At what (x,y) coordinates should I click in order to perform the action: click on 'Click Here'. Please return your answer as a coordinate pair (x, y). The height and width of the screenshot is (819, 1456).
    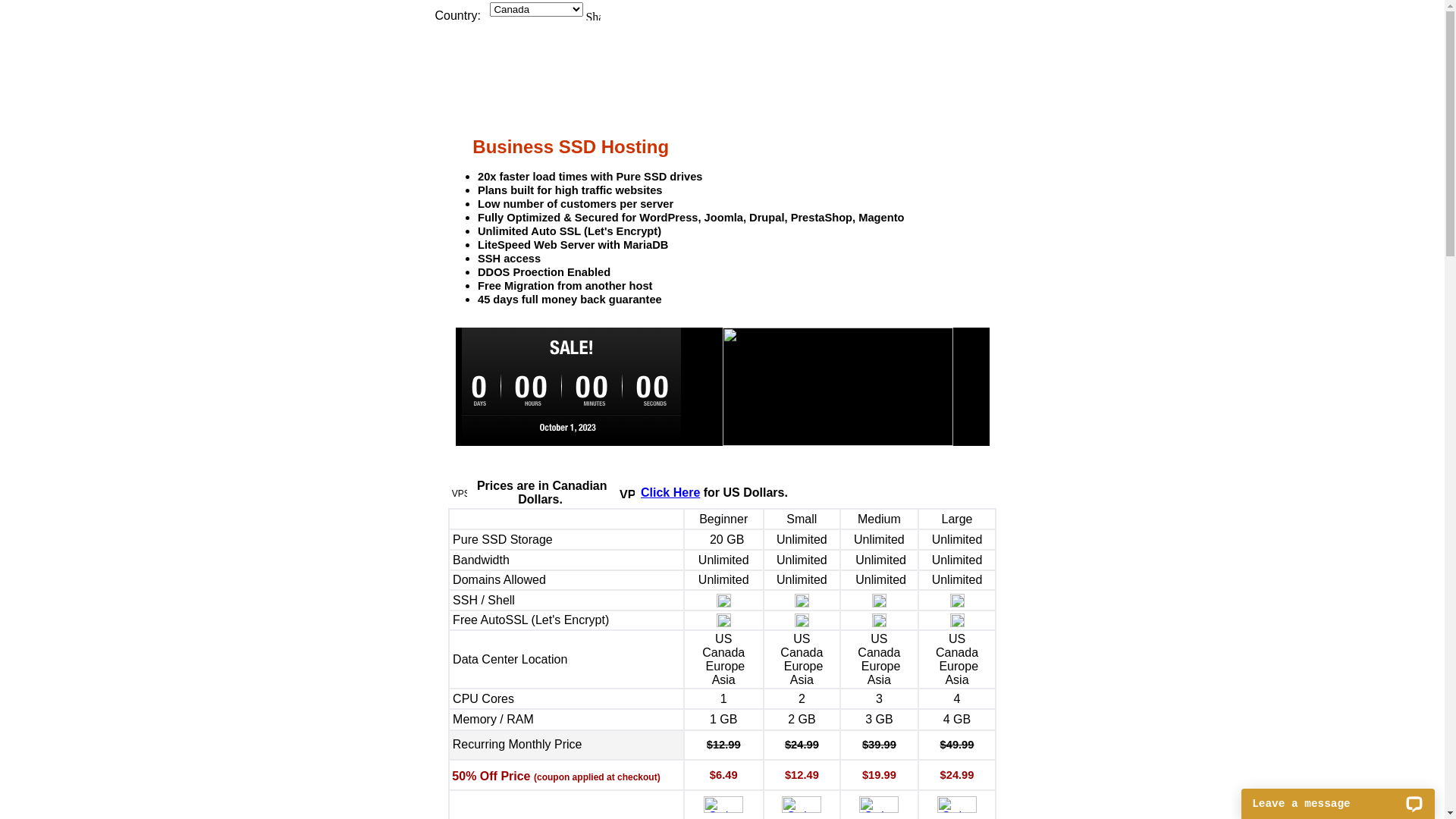
    Looking at the image, I should click on (640, 492).